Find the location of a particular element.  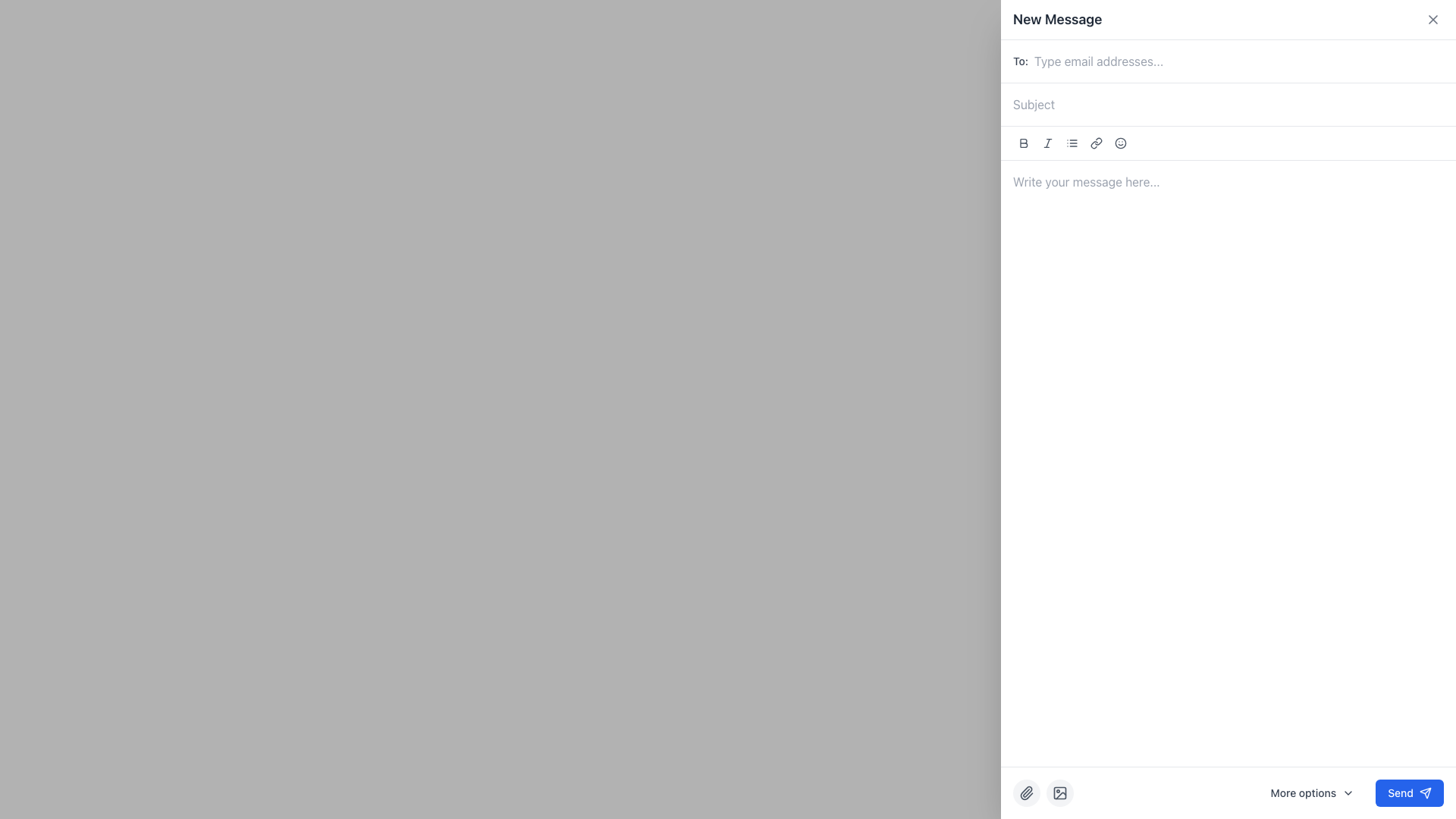

the chain link icon button located in the toolbar section near the top of the interface is located at coordinates (1096, 143).